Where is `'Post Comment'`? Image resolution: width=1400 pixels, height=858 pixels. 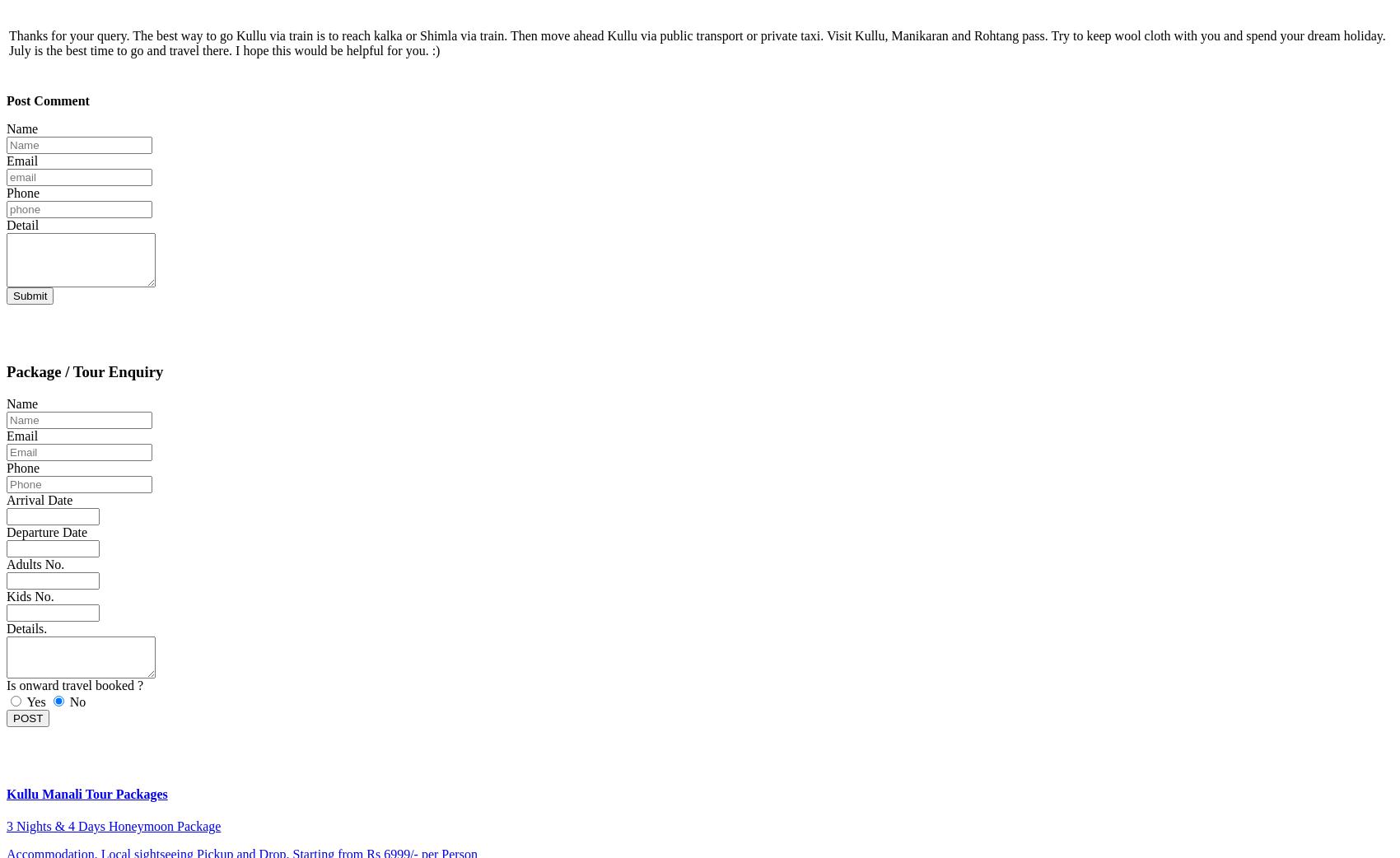
'Post Comment' is located at coordinates (6, 100).